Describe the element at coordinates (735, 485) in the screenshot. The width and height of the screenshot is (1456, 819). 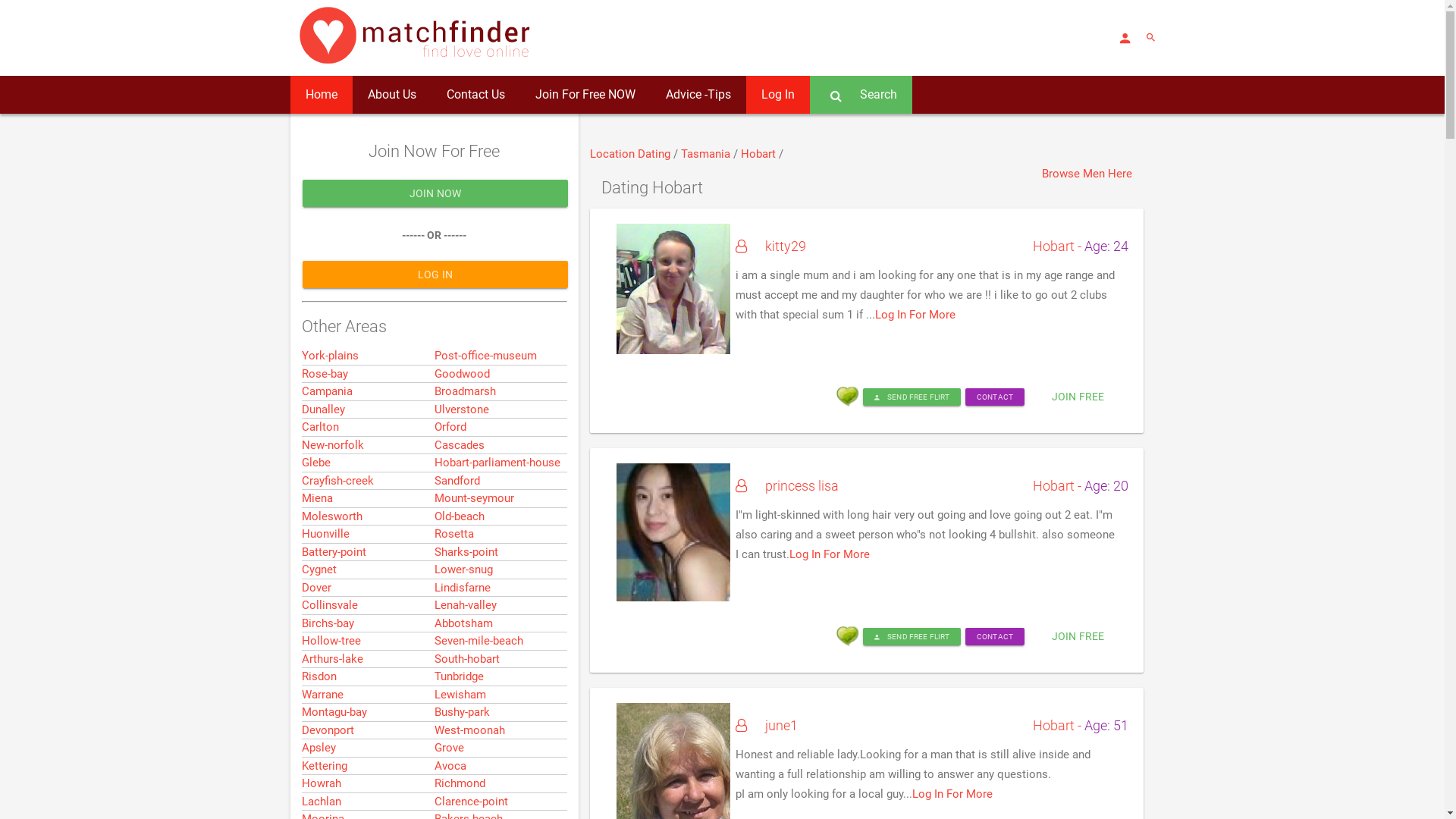
I see `'princess lisa'` at that location.